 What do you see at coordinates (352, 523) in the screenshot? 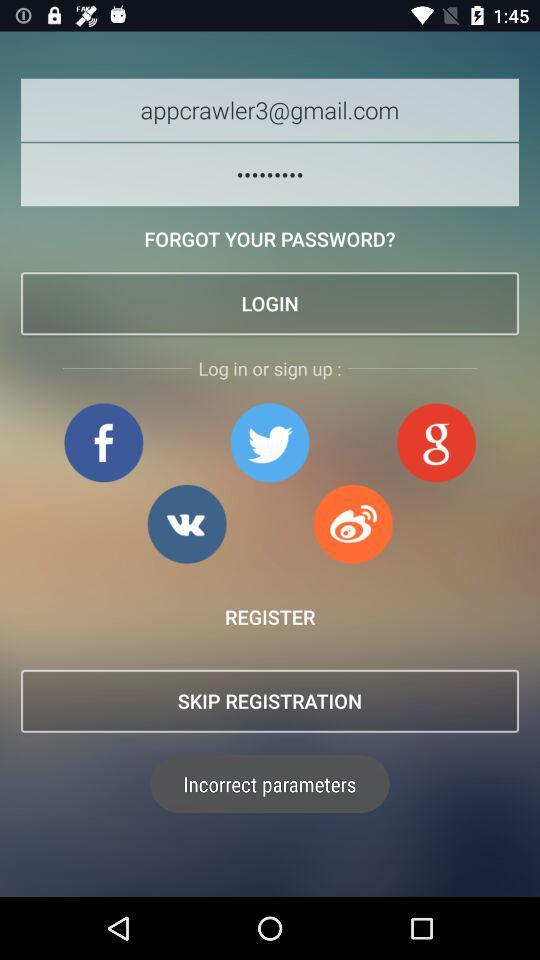
I see `log in to social media` at bounding box center [352, 523].